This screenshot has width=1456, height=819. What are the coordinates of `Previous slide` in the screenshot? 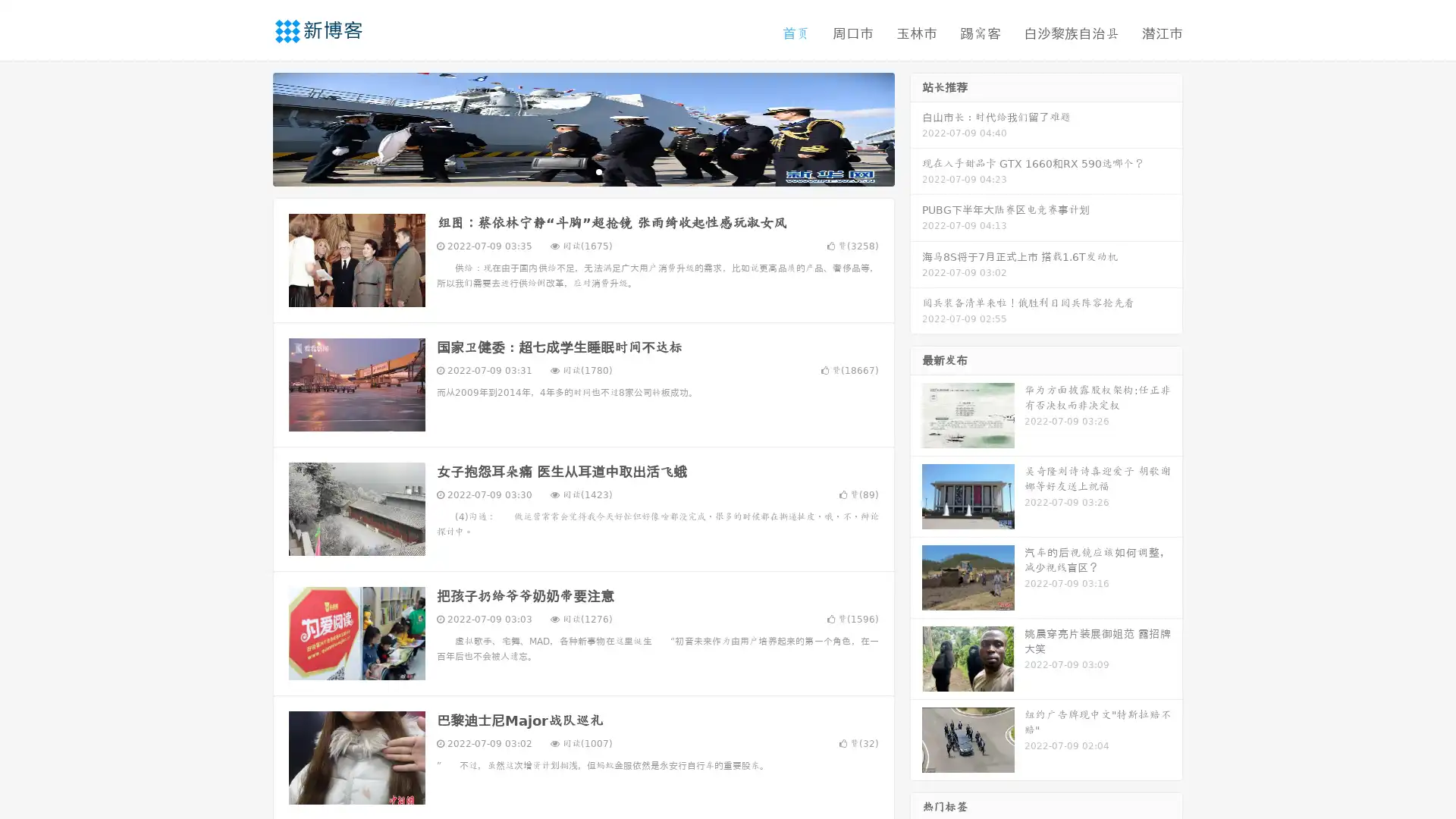 It's located at (250, 127).